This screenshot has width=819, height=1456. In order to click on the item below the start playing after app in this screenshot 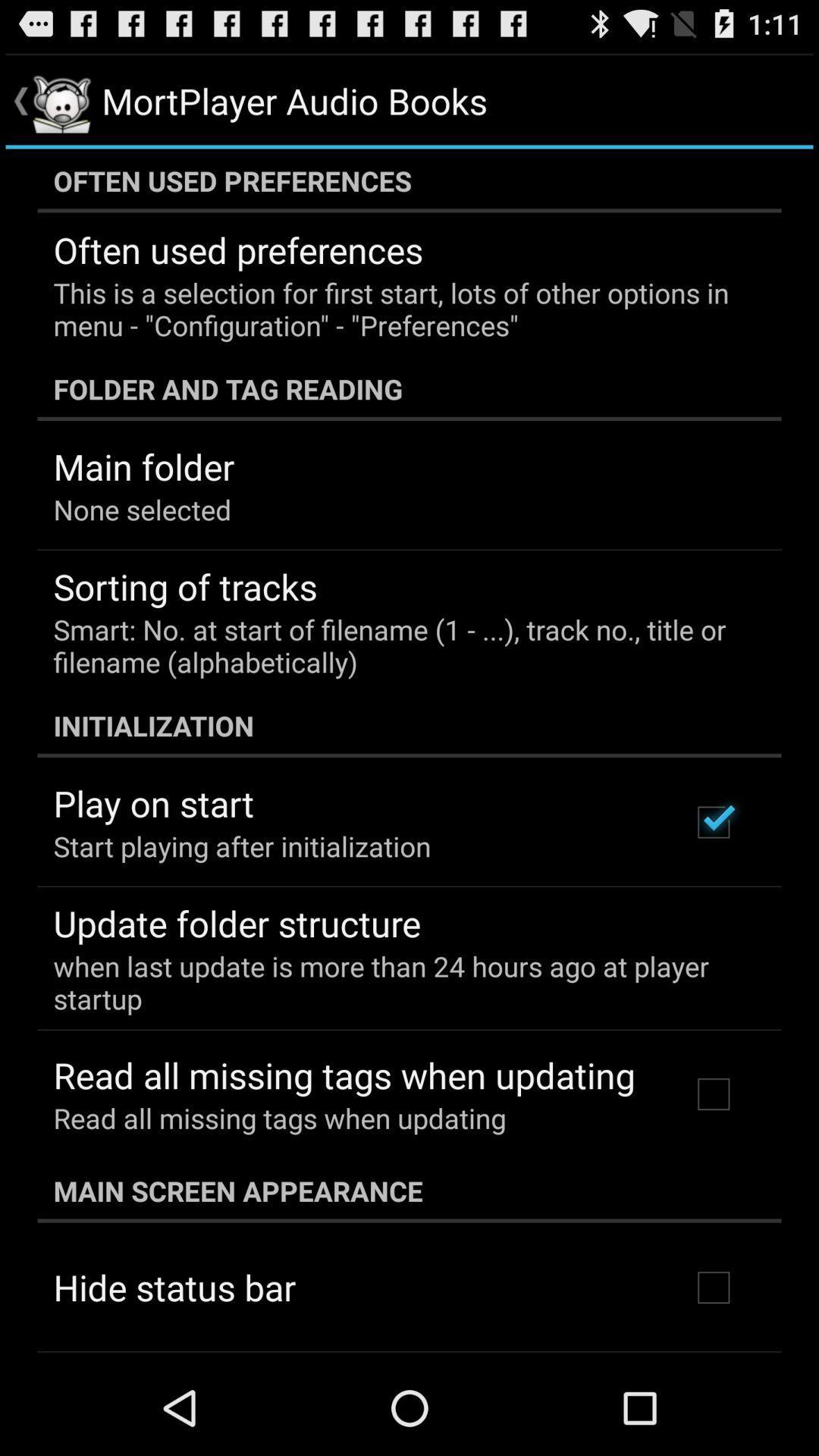, I will do `click(237, 922)`.